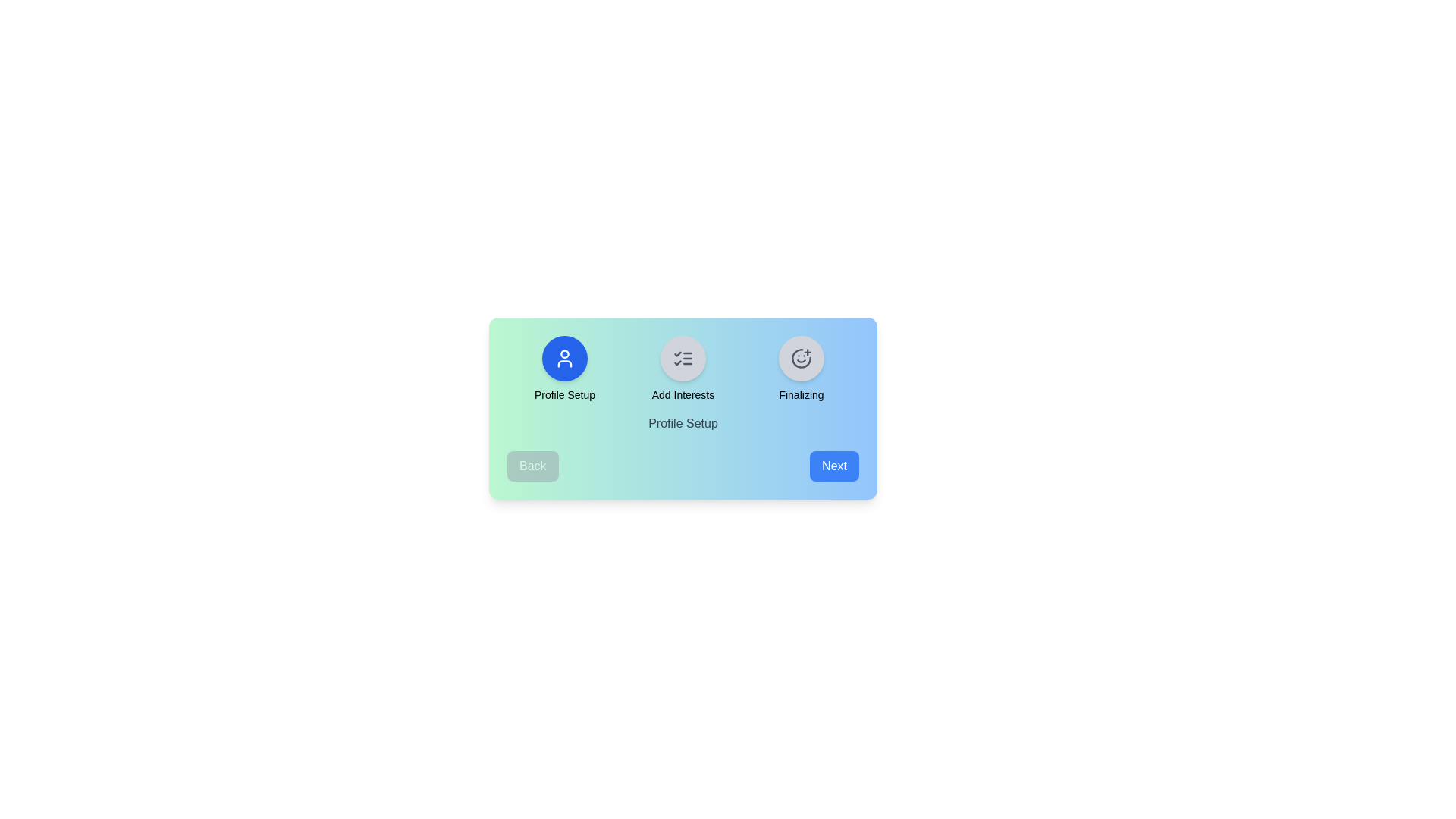  Describe the element at coordinates (800, 359) in the screenshot. I see `the step icon corresponding to Finalizing` at that location.